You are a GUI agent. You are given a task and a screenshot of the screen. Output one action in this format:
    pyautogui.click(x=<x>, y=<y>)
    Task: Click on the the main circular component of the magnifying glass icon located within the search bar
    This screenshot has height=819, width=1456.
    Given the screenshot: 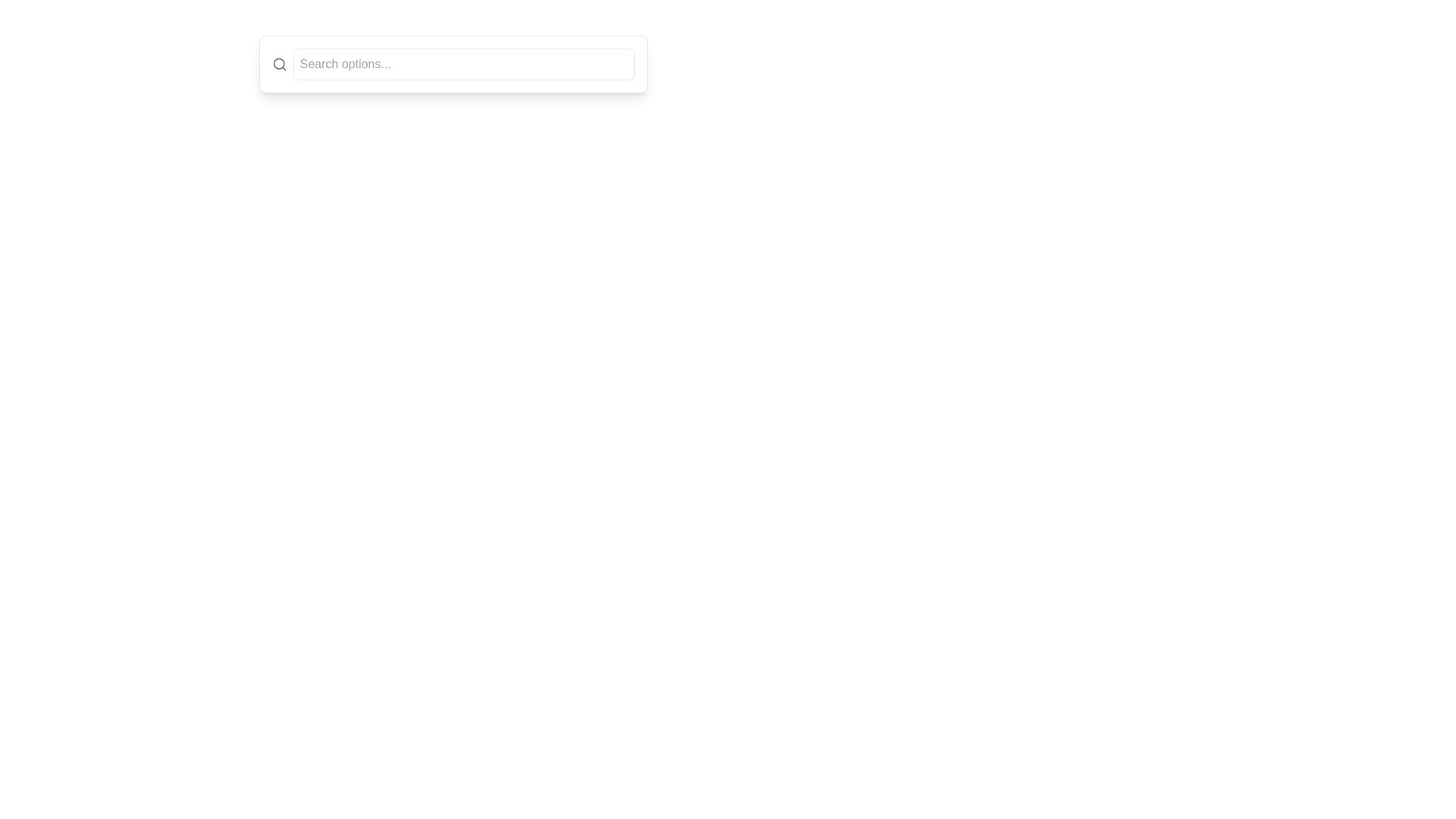 What is the action you would take?
    pyautogui.click(x=278, y=63)
    